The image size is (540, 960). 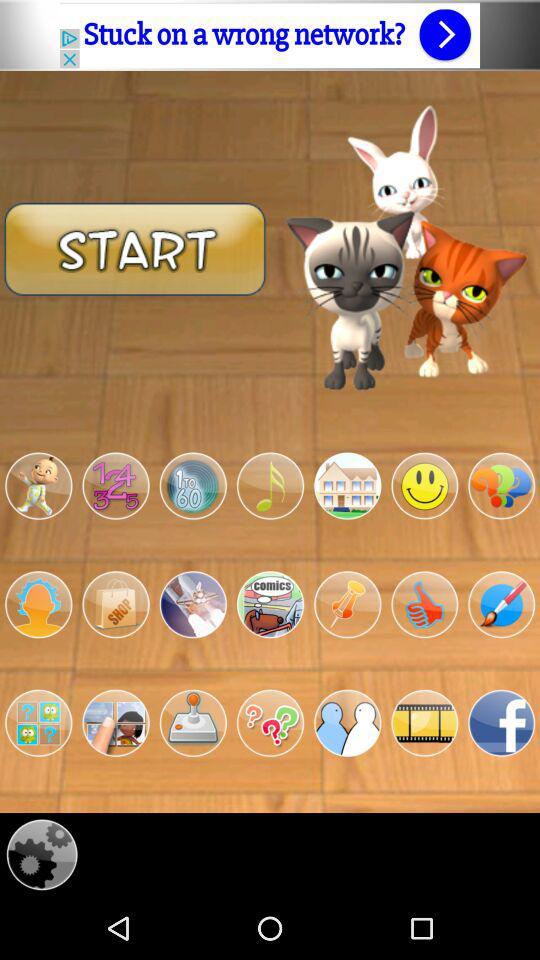 What do you see at coordinates (346, 485) in the screenshot?
I see `button to go to game within app` at bounding box center [346, 485].